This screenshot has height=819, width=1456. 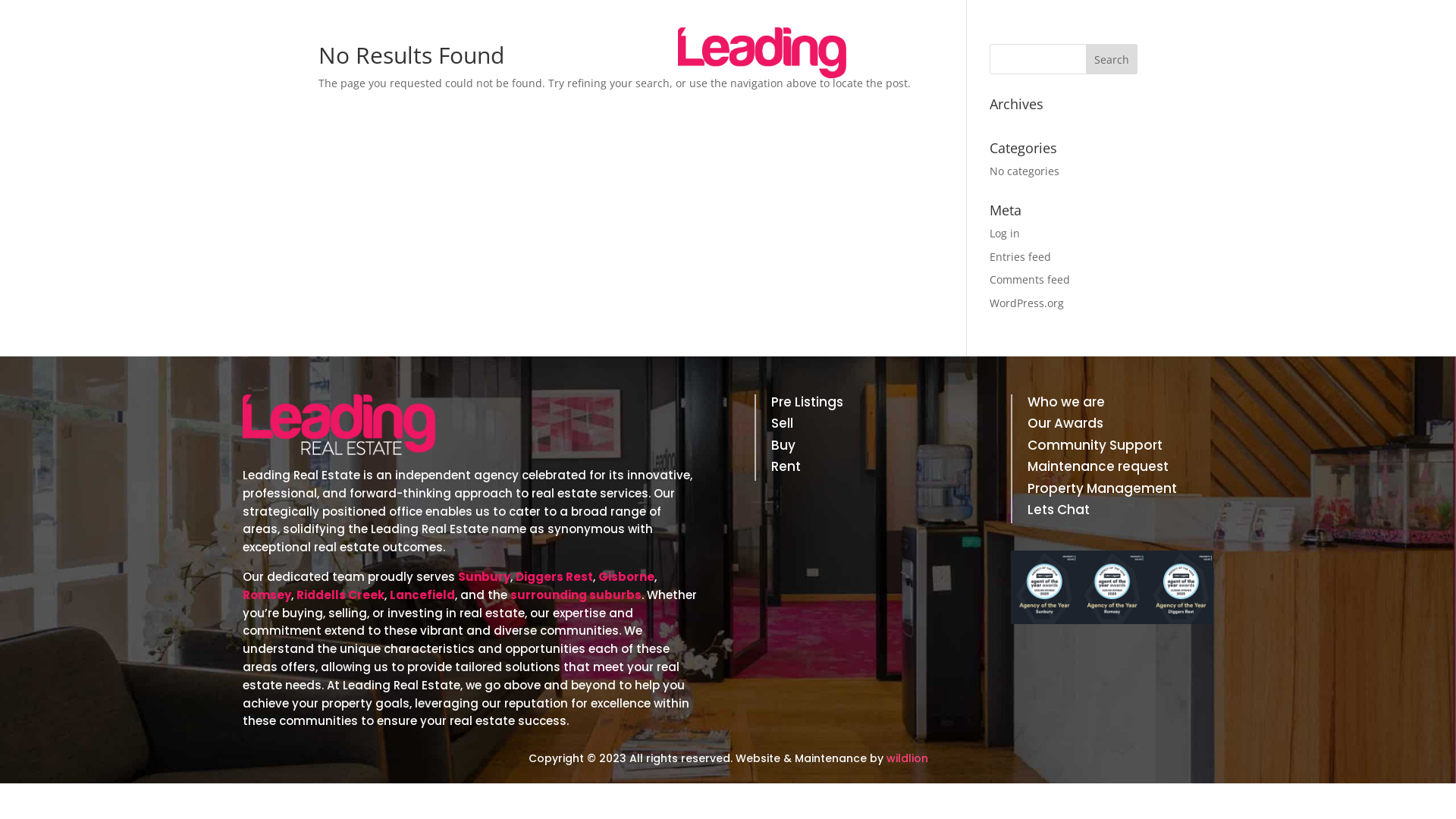 What do you see at coordinates (1020, 256) in the screenshot?
I see `'Entries feed'` at bounding box center [1020, 256].